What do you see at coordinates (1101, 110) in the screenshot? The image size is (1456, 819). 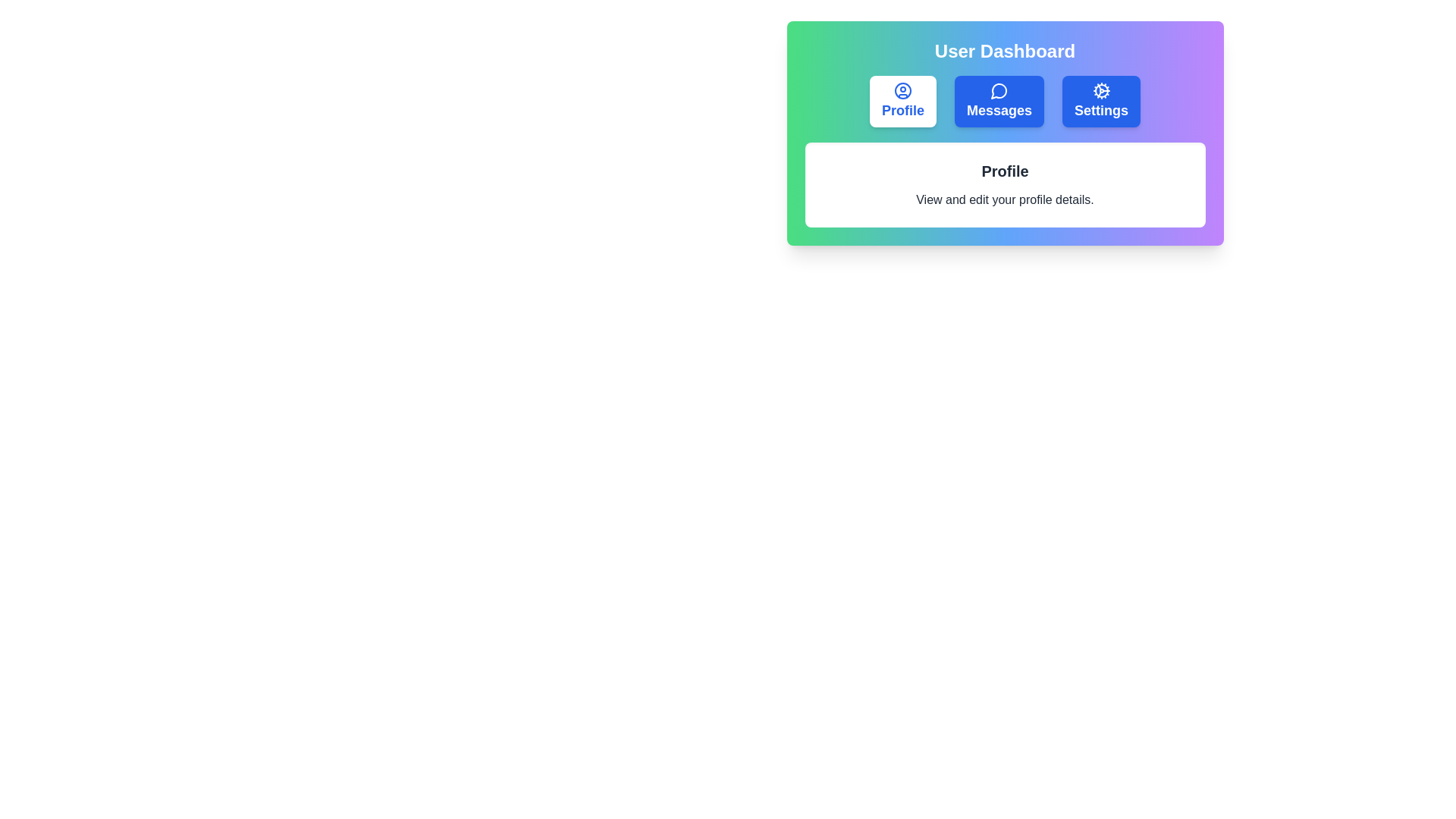 I see `the 'Settings' label, which is styled in bold sans-serif font and positioned on a blue rectangular background, located in the rightmost option of a horizontally aligned toolbar` at bounding box center [1101, 110].